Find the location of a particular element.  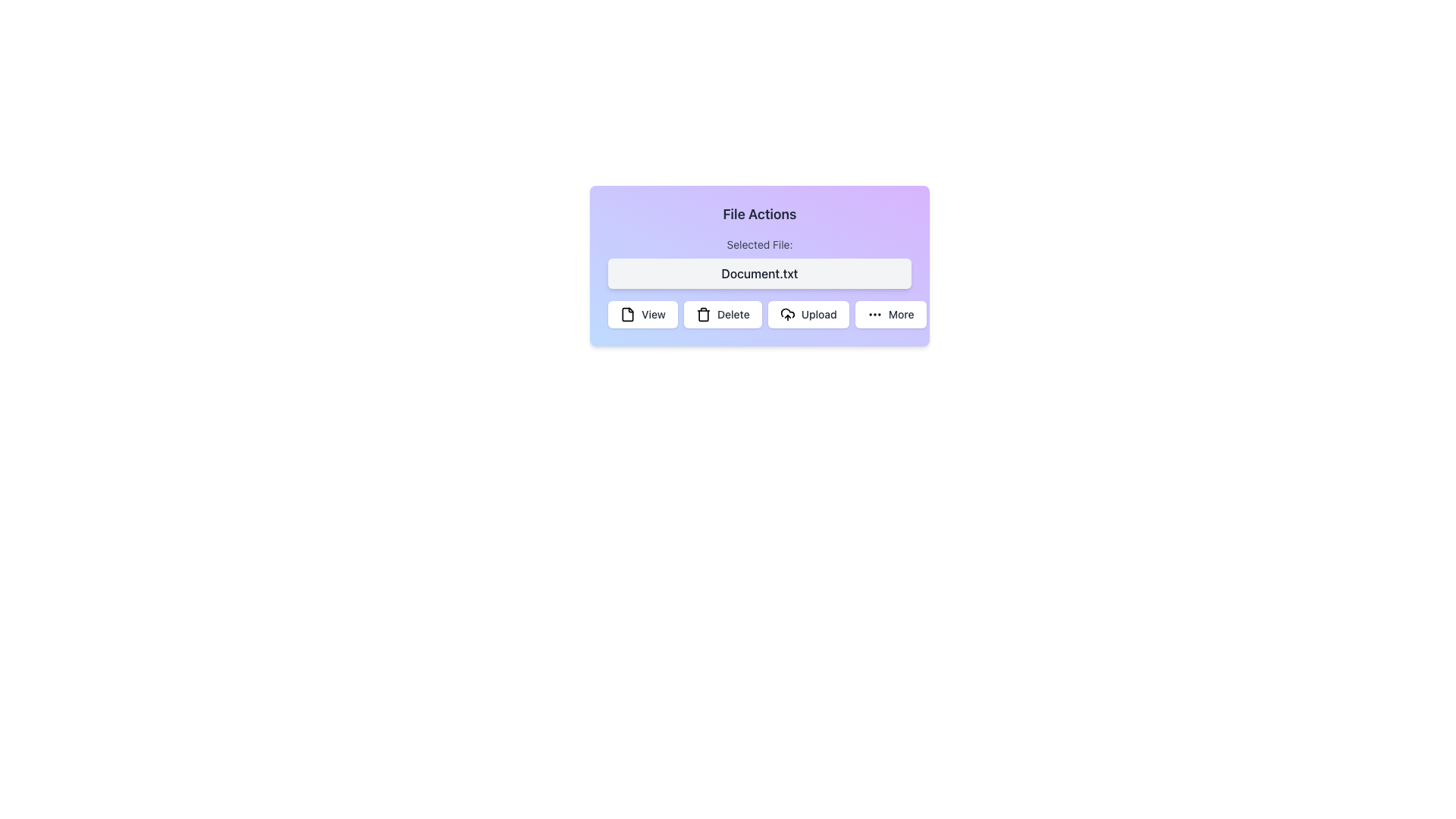

the black trash can icon located to the left of the 'Delete' text label within the second button of a horizontal group at the bottom of a card layout is located at coordinates (702, 314).